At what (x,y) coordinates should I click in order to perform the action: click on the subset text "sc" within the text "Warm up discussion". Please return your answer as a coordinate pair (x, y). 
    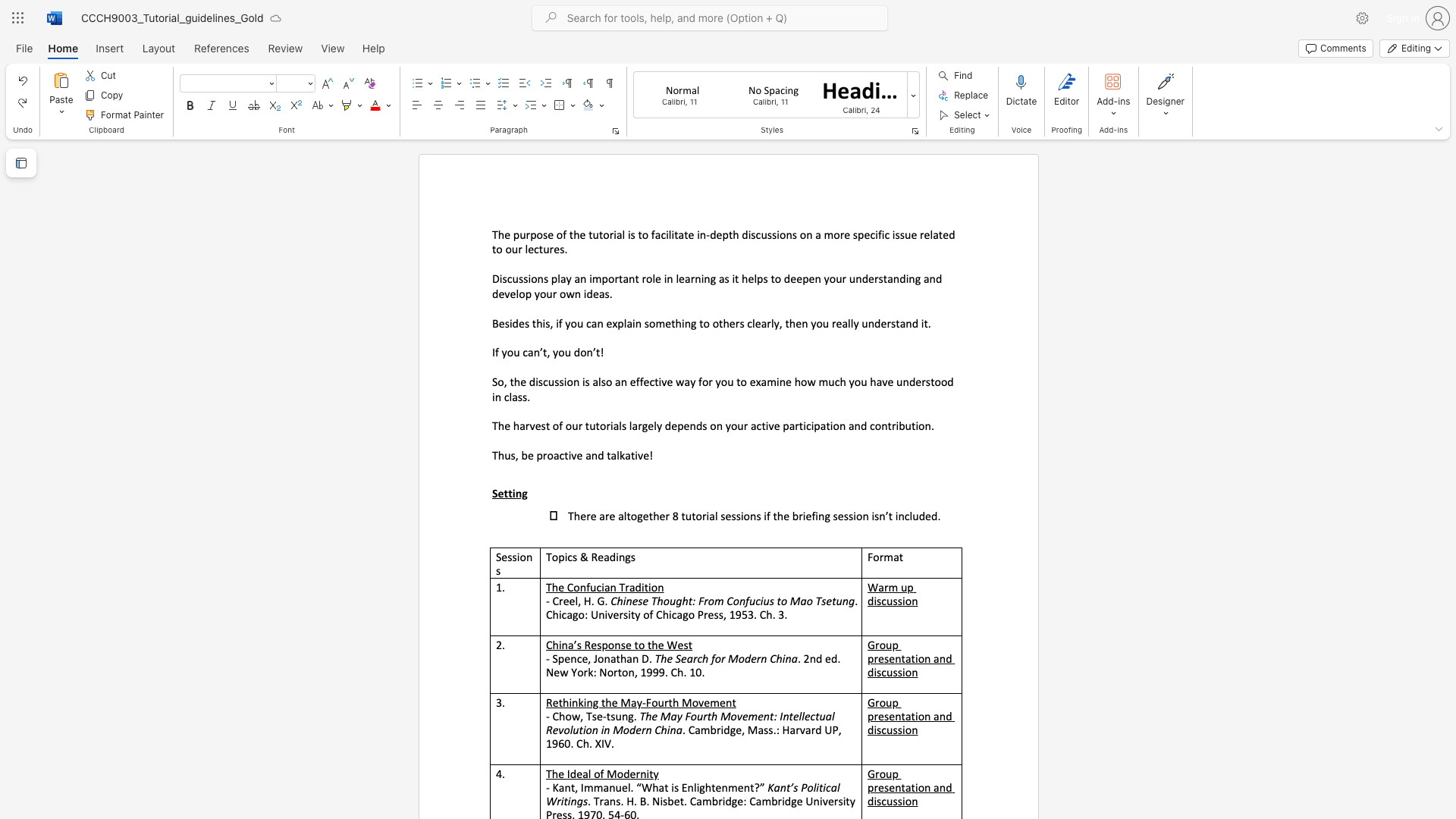
    Looking at the image, I should click on (877, 600).